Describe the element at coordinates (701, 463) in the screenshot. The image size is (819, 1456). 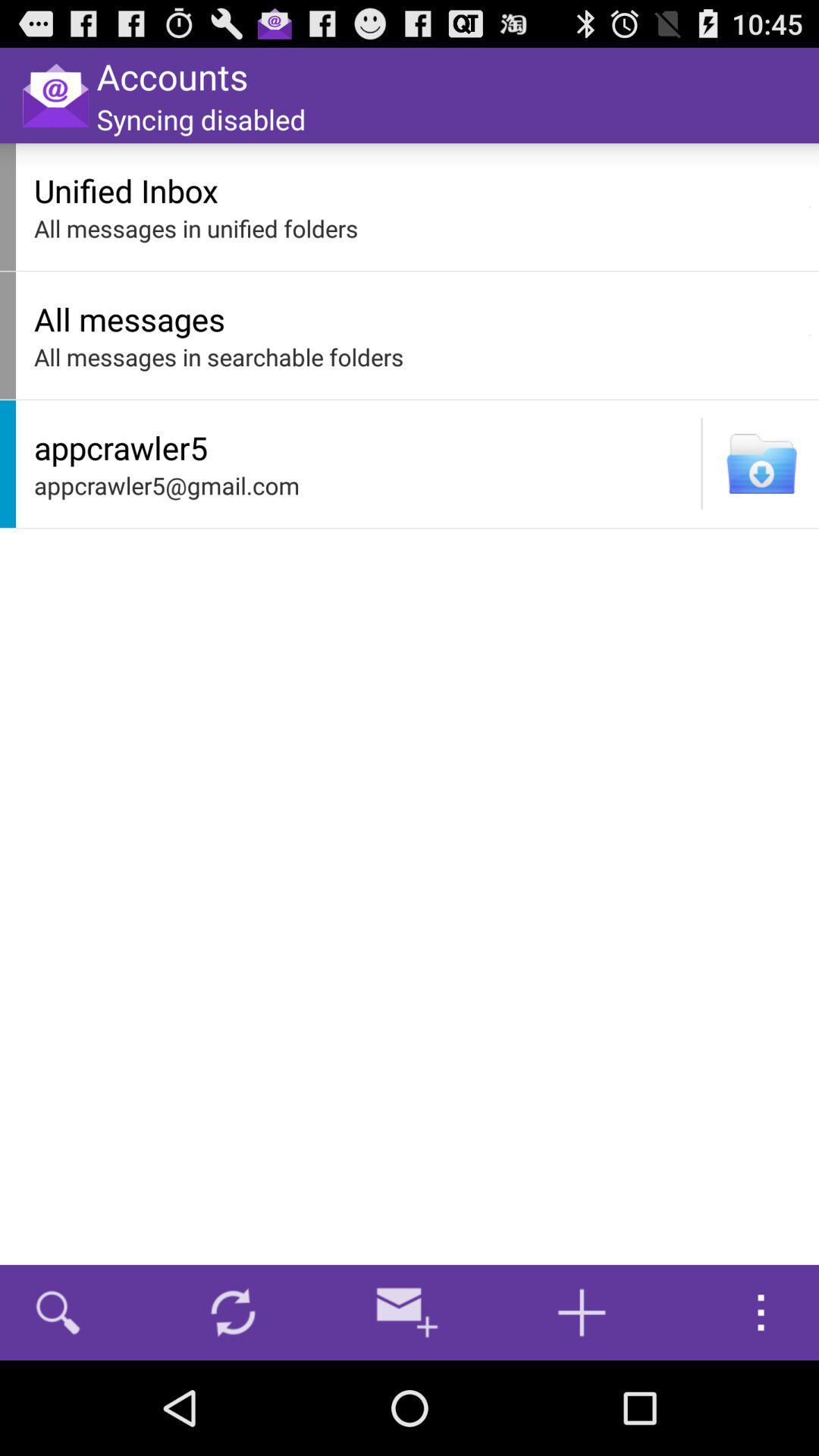
I see `the item below all messages in app` at that location.